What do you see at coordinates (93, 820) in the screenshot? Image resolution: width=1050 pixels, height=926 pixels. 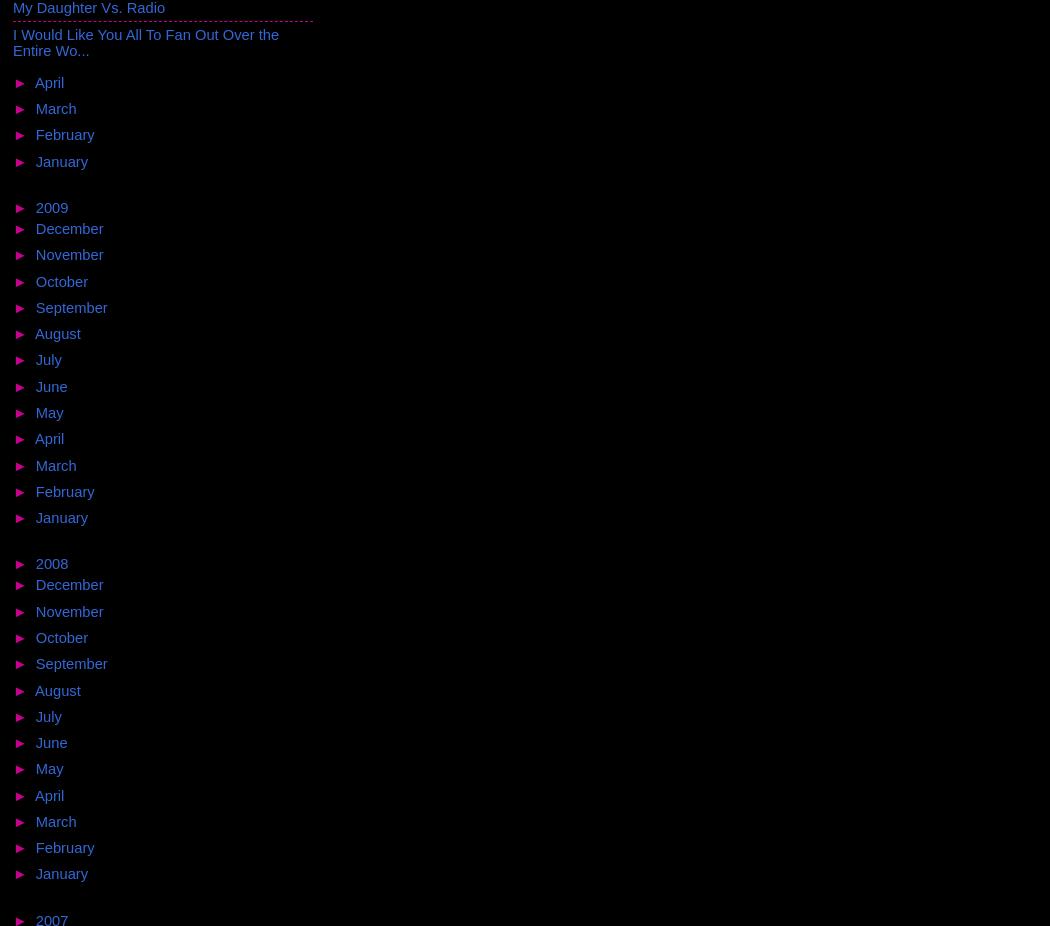 I see `'(36)'` at bounding box center [93, 820].